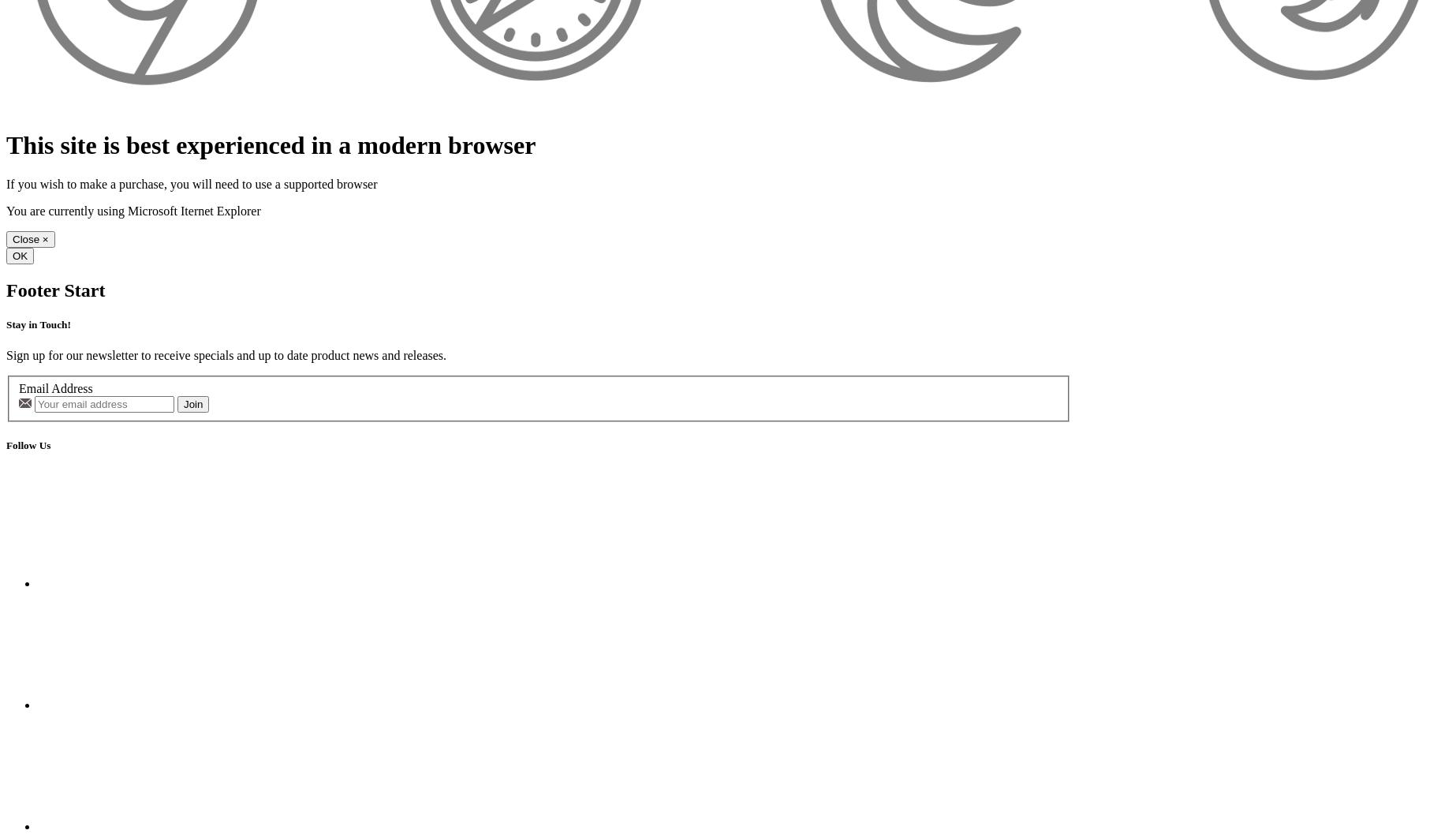 The image size is (1456, 834). Describe the element at coordinates (20, 255) in the screenshot. I see `'OK'` at that location.